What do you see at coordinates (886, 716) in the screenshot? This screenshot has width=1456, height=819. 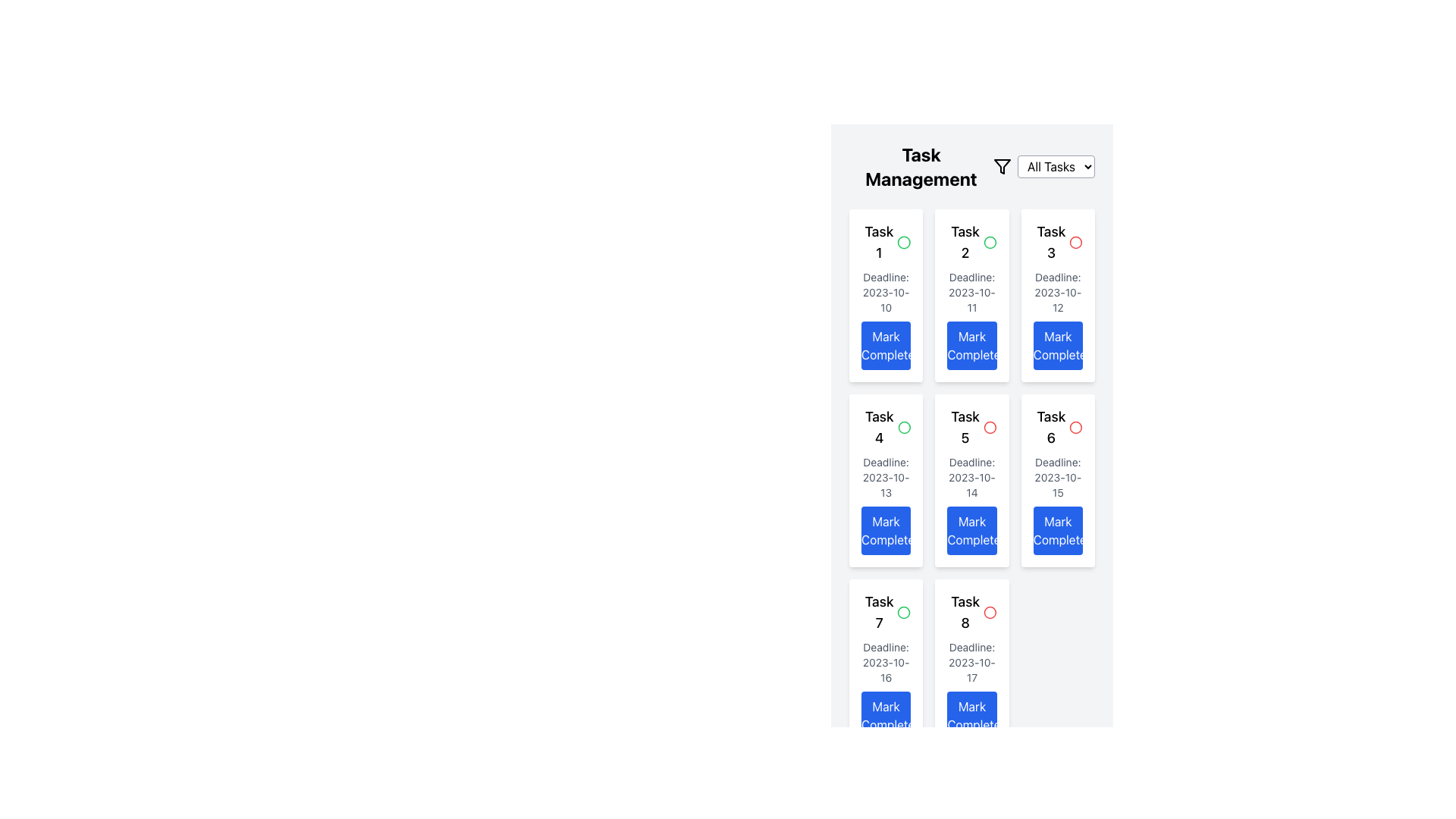 I see `the 'Mark Completed' button located at the bottom of the 'Task 7' card` at bounding box center [886, 716].